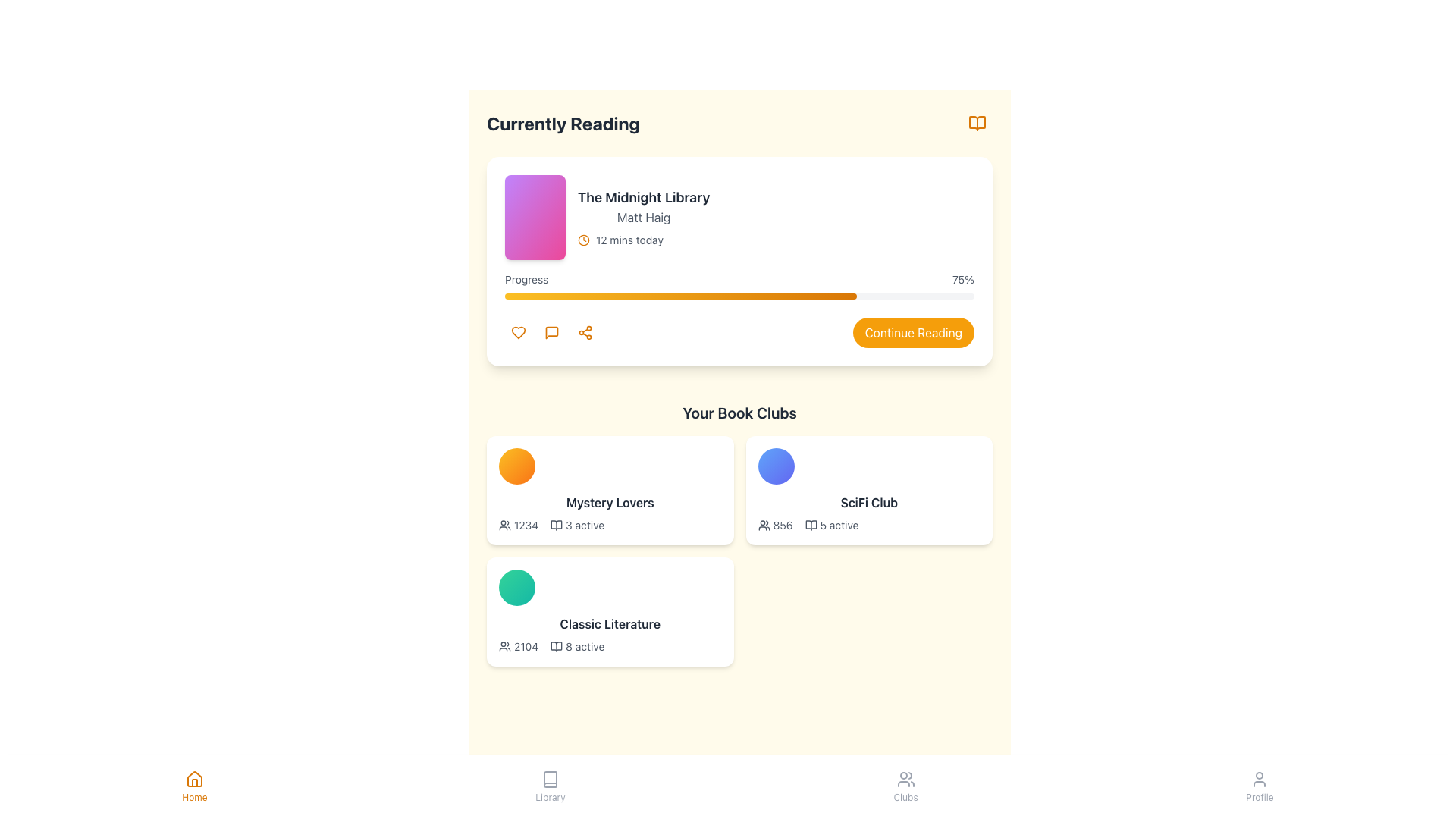 This screenshot has height=819, width=1456. Describe the element at coordinates (193, 780) in the screenshot. I see `the home icon, which is the leftmost item in the bottom navigation bar` at that location.